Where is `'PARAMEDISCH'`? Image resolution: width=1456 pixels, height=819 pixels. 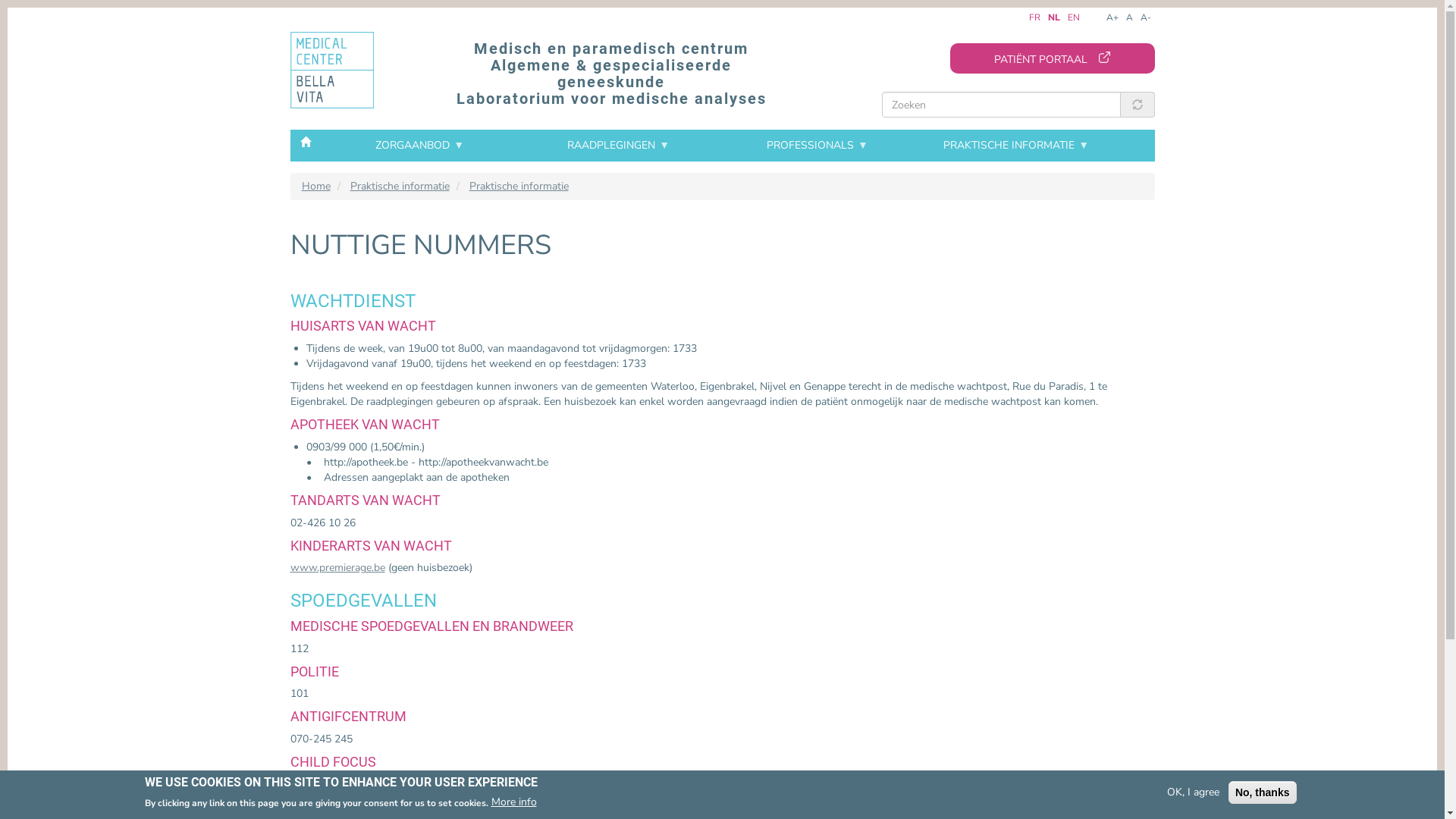
'PARAMEDISCH' is located at coordinates (387, 299).